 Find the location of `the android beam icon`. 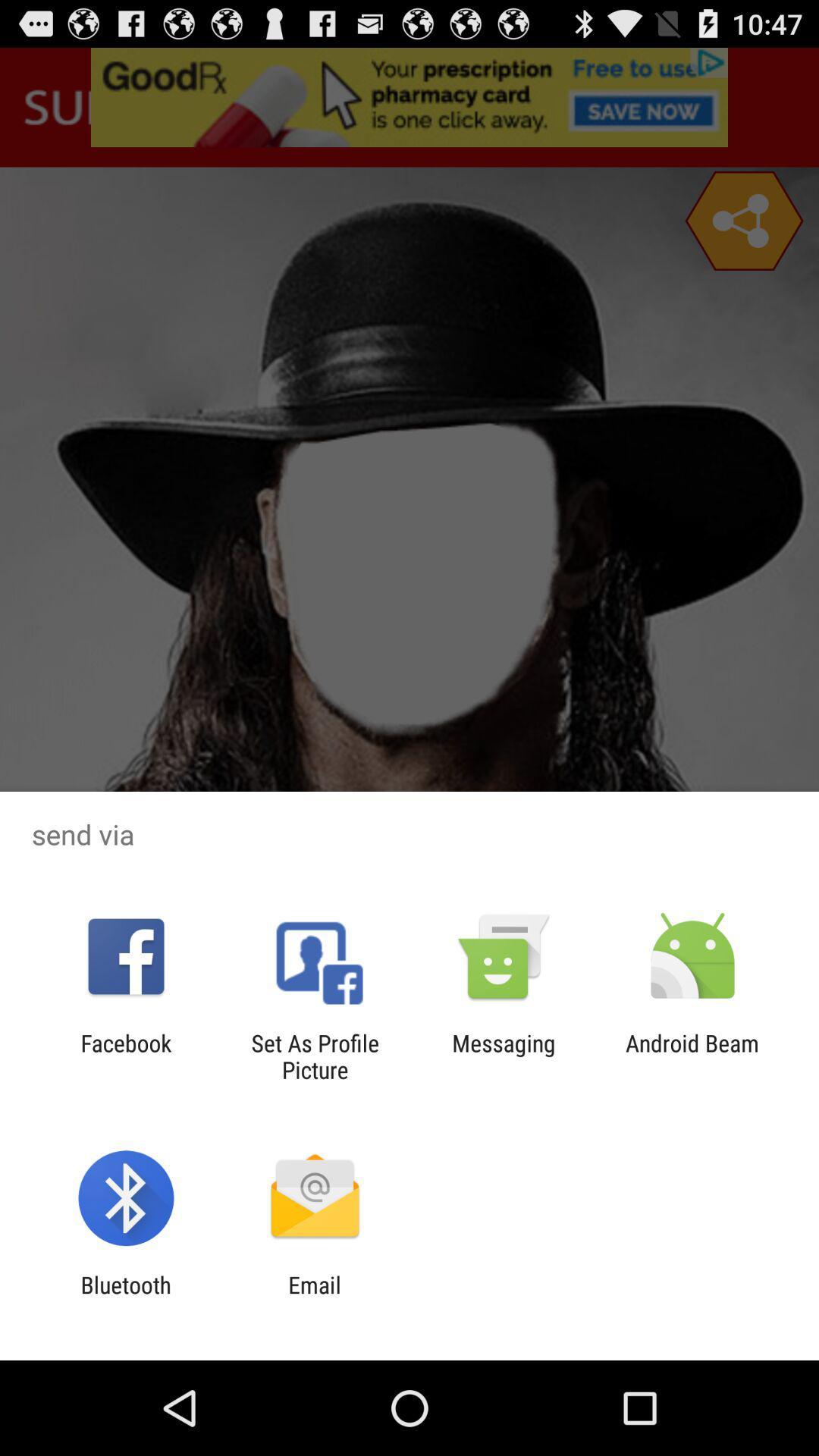

the android beam icon is located at coordinates (692, 1056).